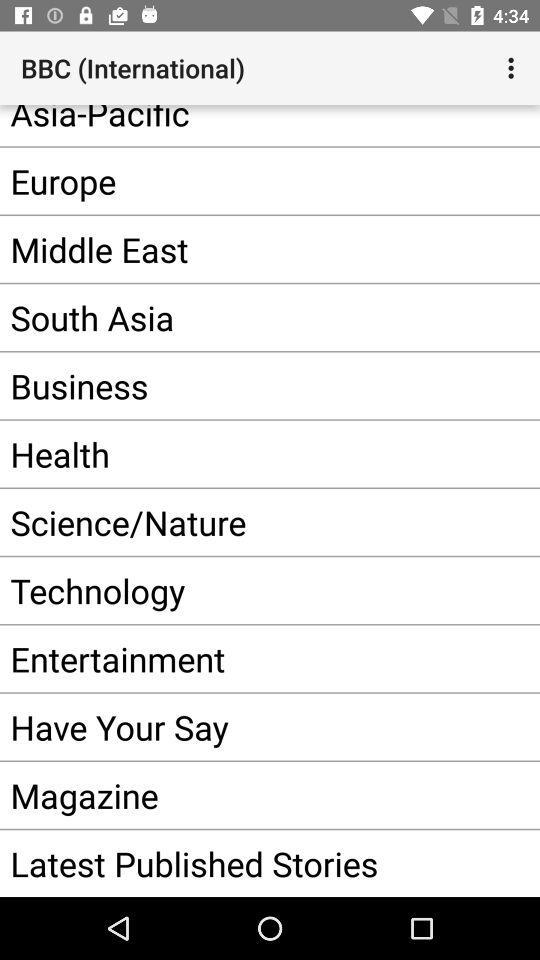 The width and height of the screenshot is (540, 960). Describe the element at coordinates (239, 124) in the screenshot. I see `app above the europe` at that location.